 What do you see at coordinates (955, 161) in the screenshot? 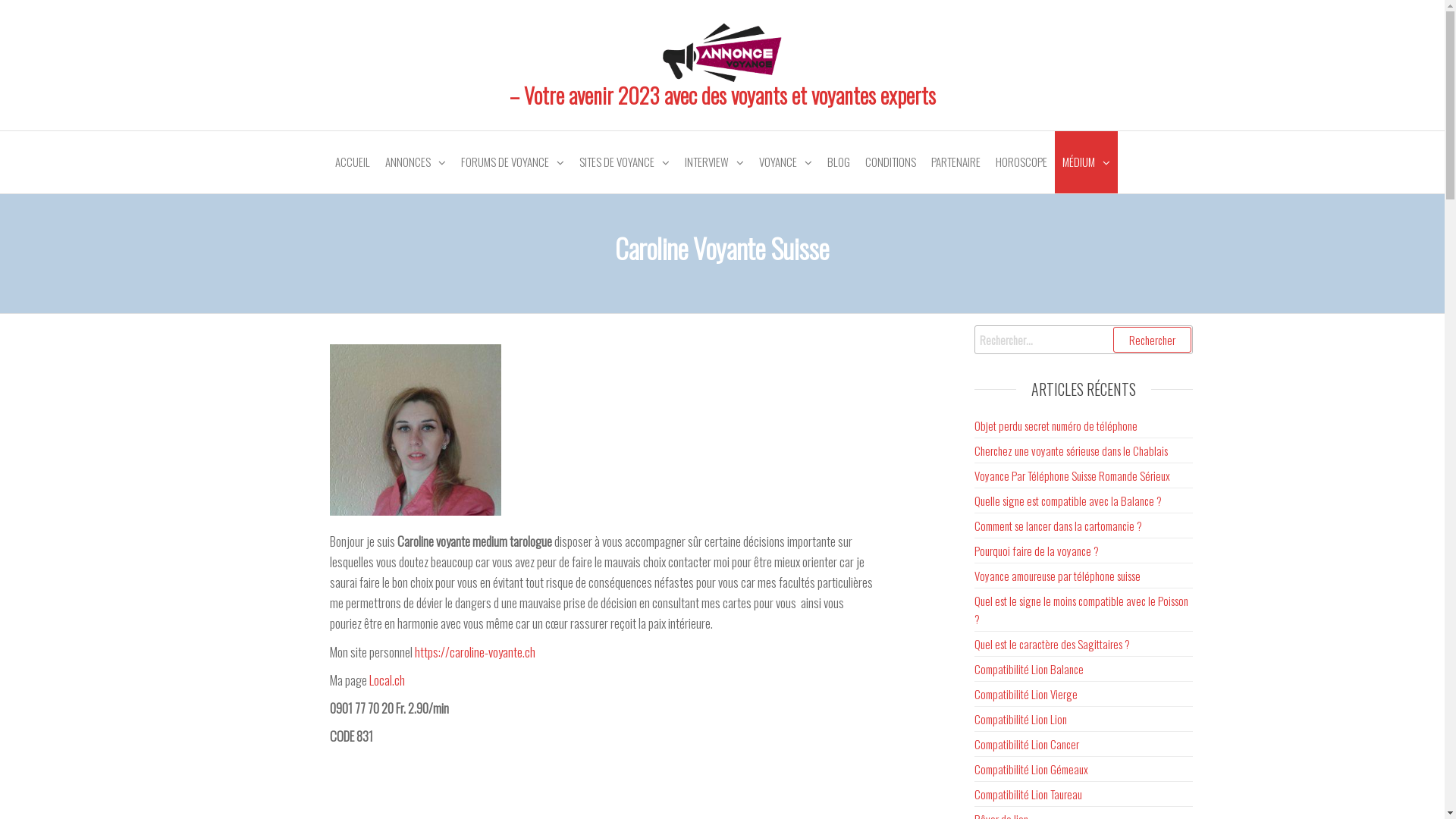
I see `'PARTENAIRE'` at bounding box center [955, 161].